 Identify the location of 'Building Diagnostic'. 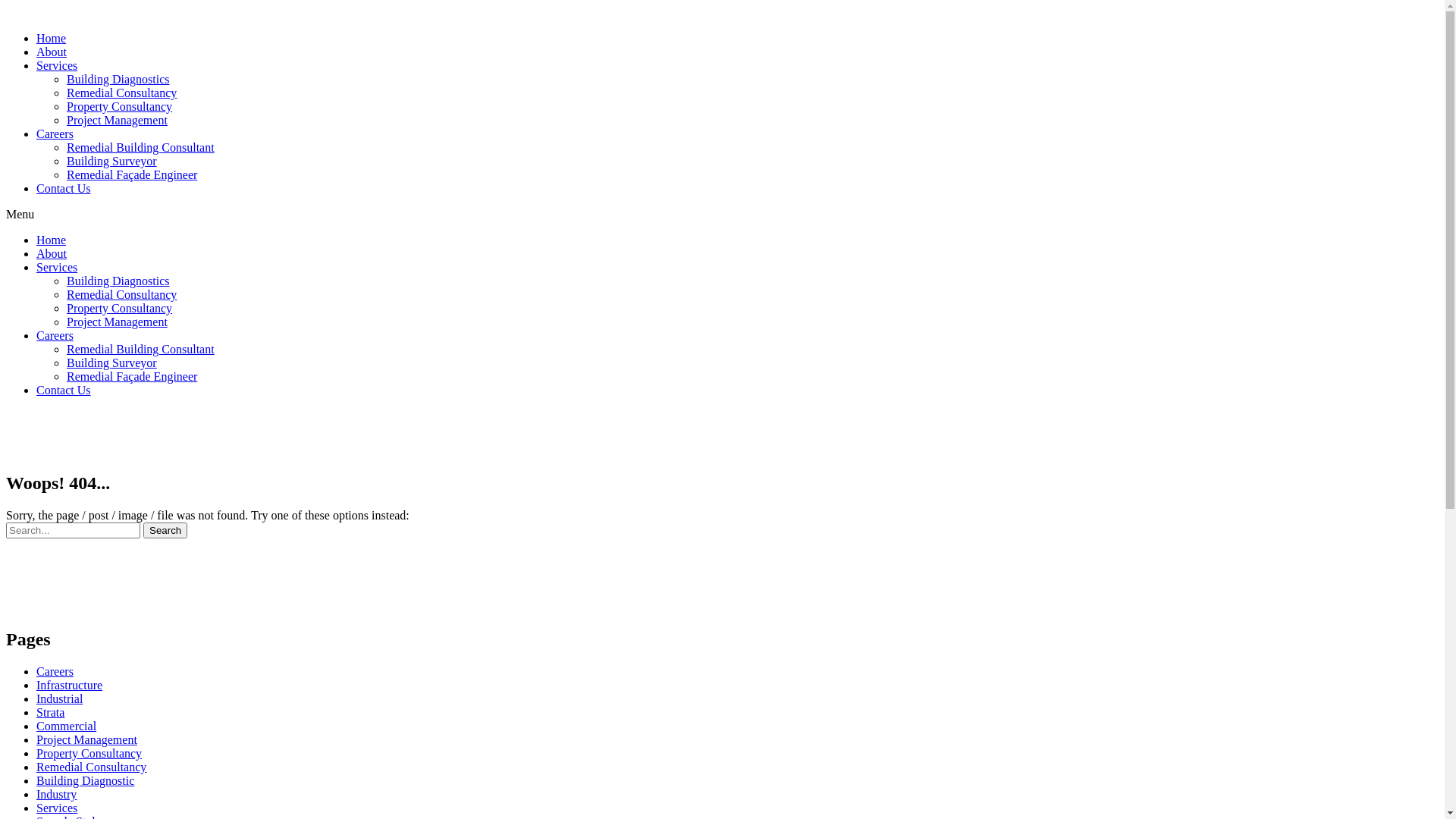
(84, 780).